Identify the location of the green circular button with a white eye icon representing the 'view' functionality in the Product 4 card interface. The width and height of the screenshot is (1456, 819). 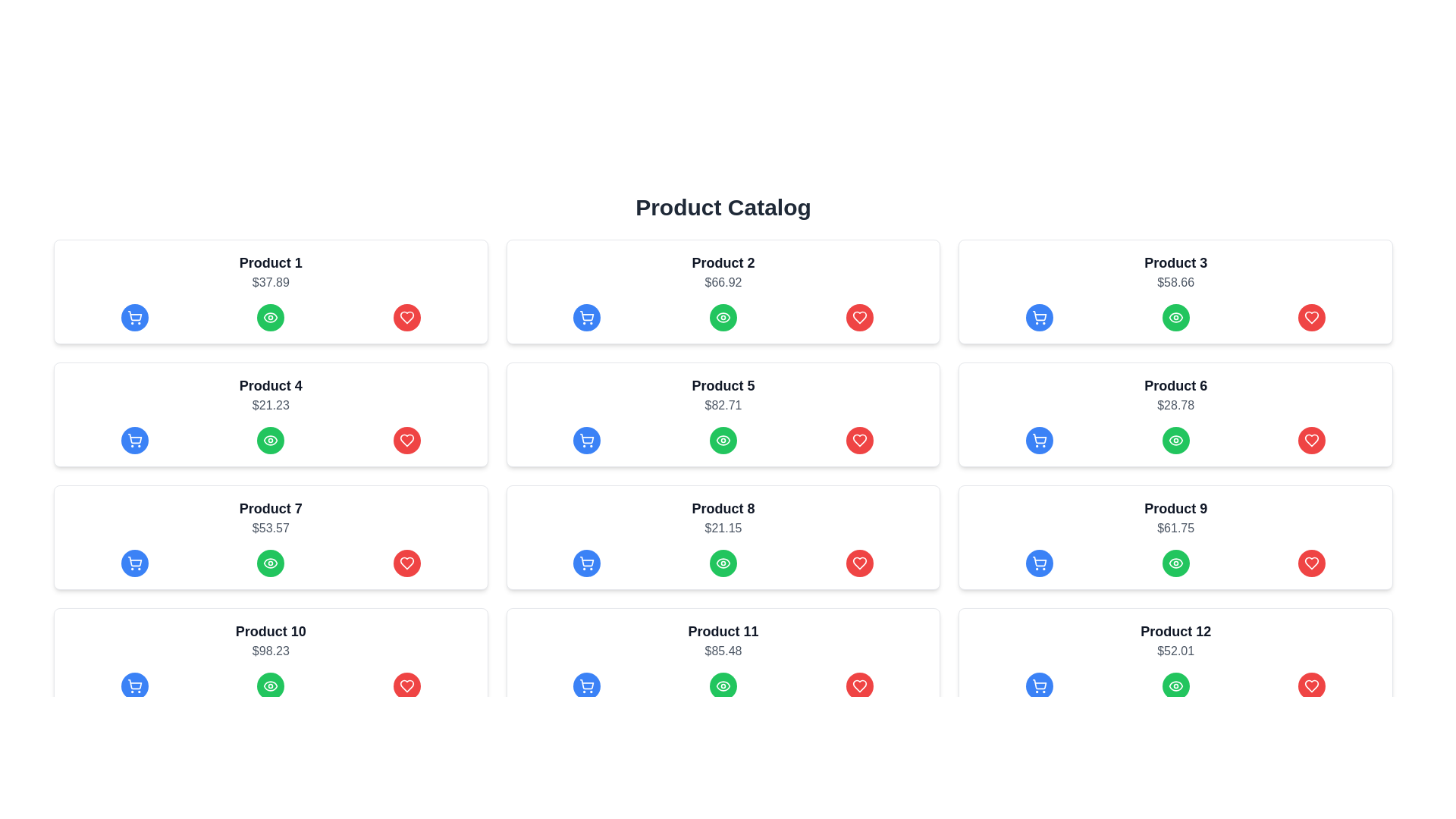
(271, 441).